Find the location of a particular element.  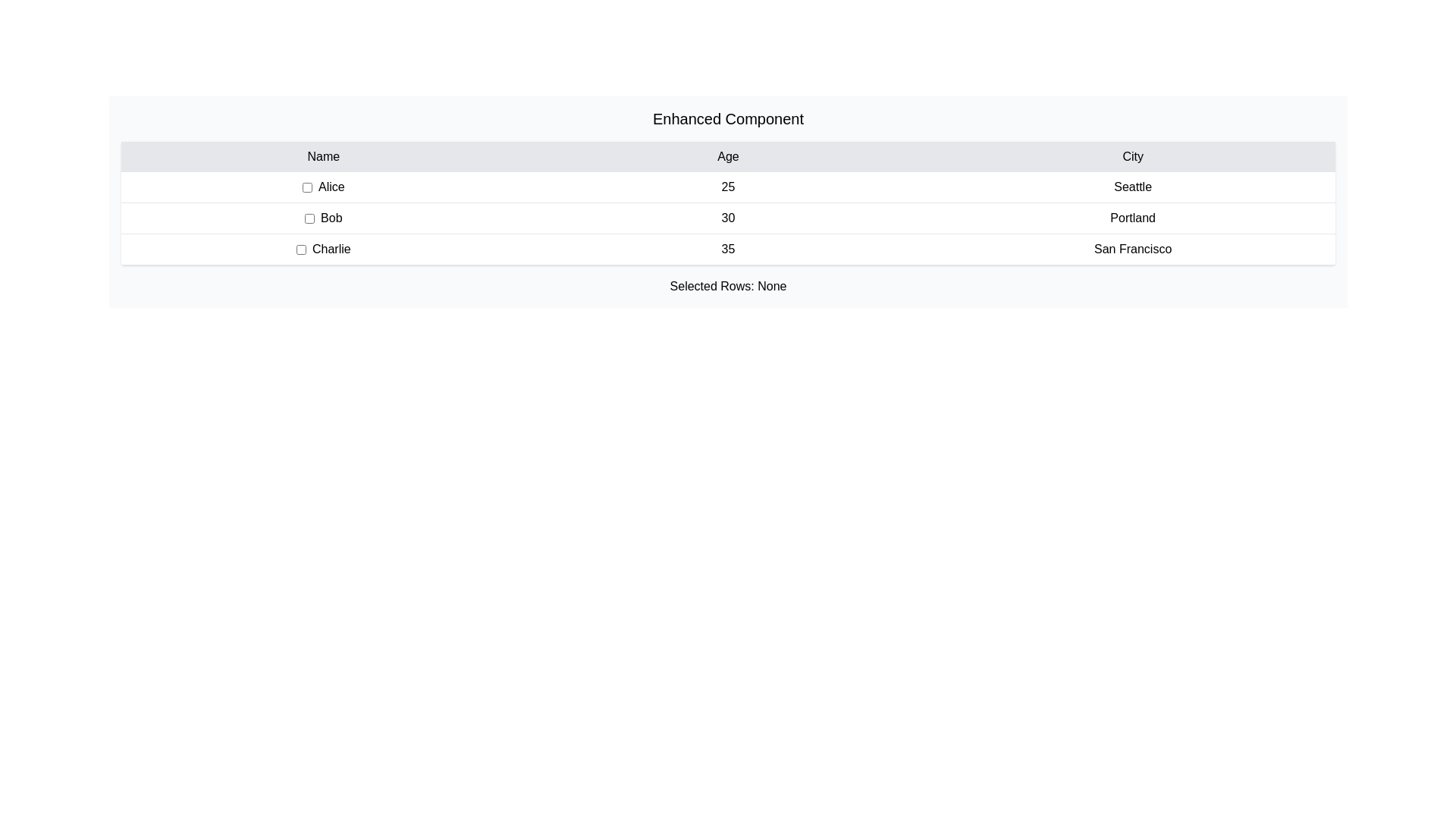

the text label displaying the age of 'Charlie' in the 'Age' column of the table is located at coordinates (728, 248).